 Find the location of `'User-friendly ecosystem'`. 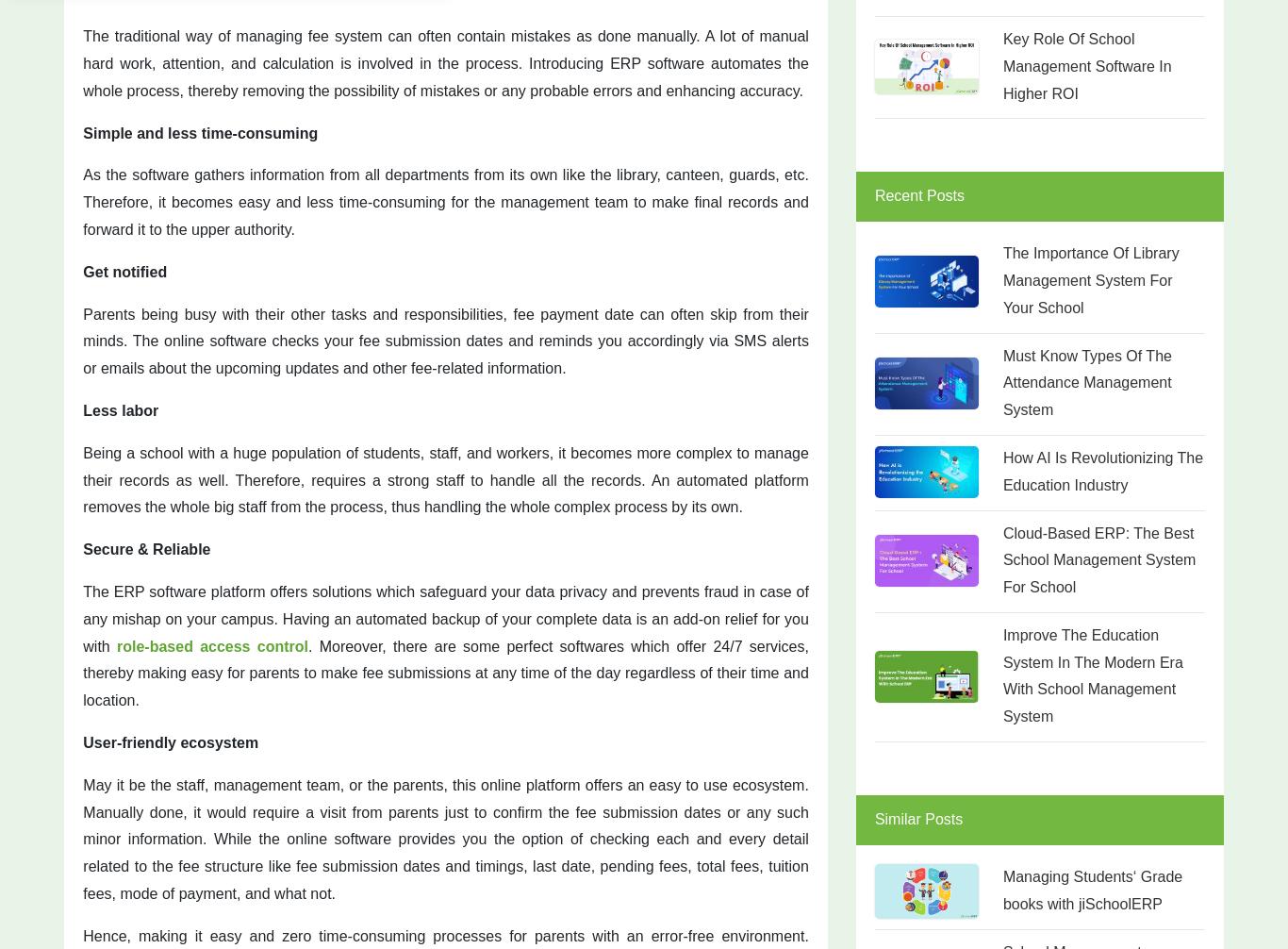

'User-friendly ecosystem' is located at coordinates (169, 741).